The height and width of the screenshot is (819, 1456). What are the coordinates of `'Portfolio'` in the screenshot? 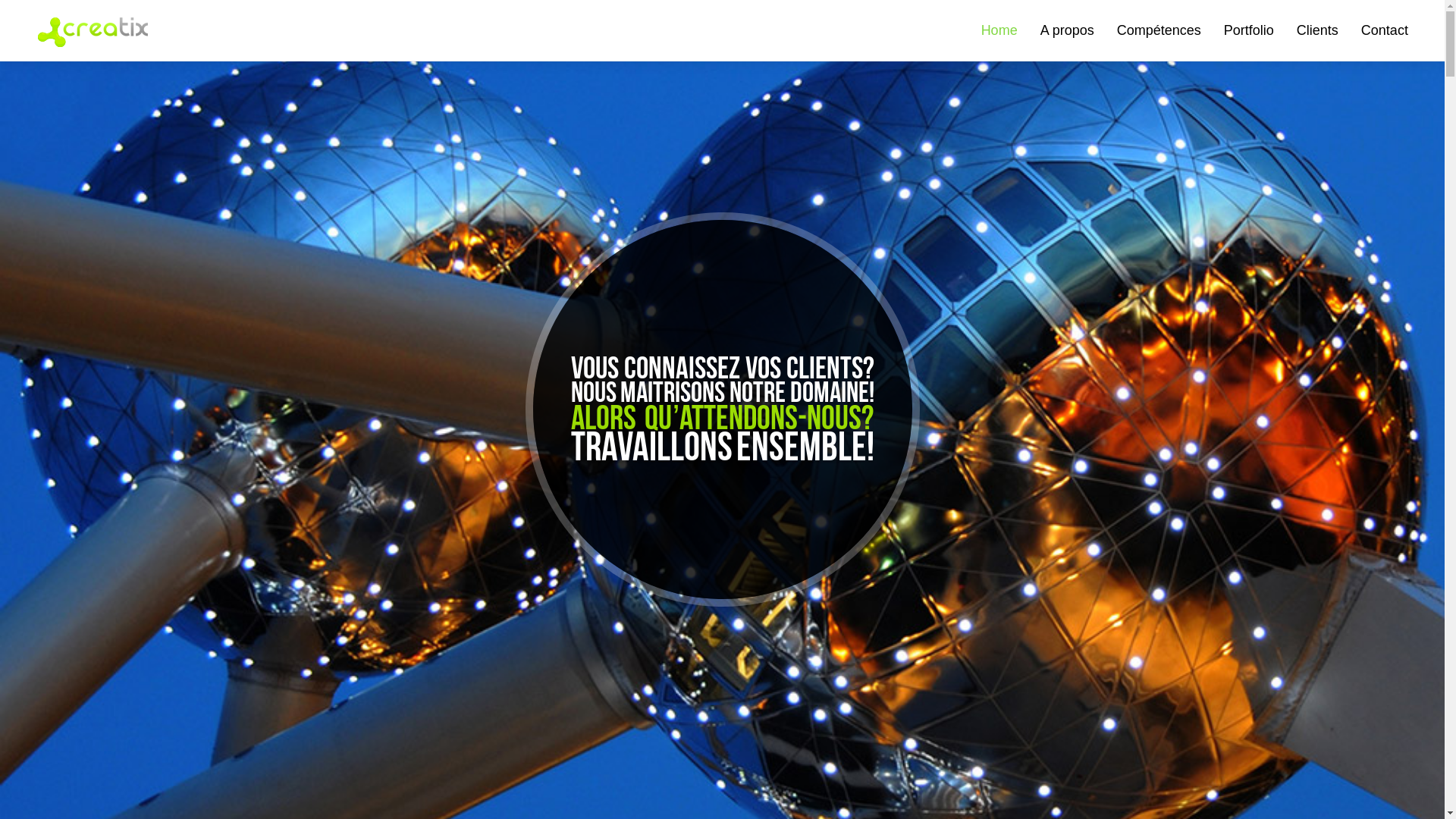 It's located at (1248, 30).